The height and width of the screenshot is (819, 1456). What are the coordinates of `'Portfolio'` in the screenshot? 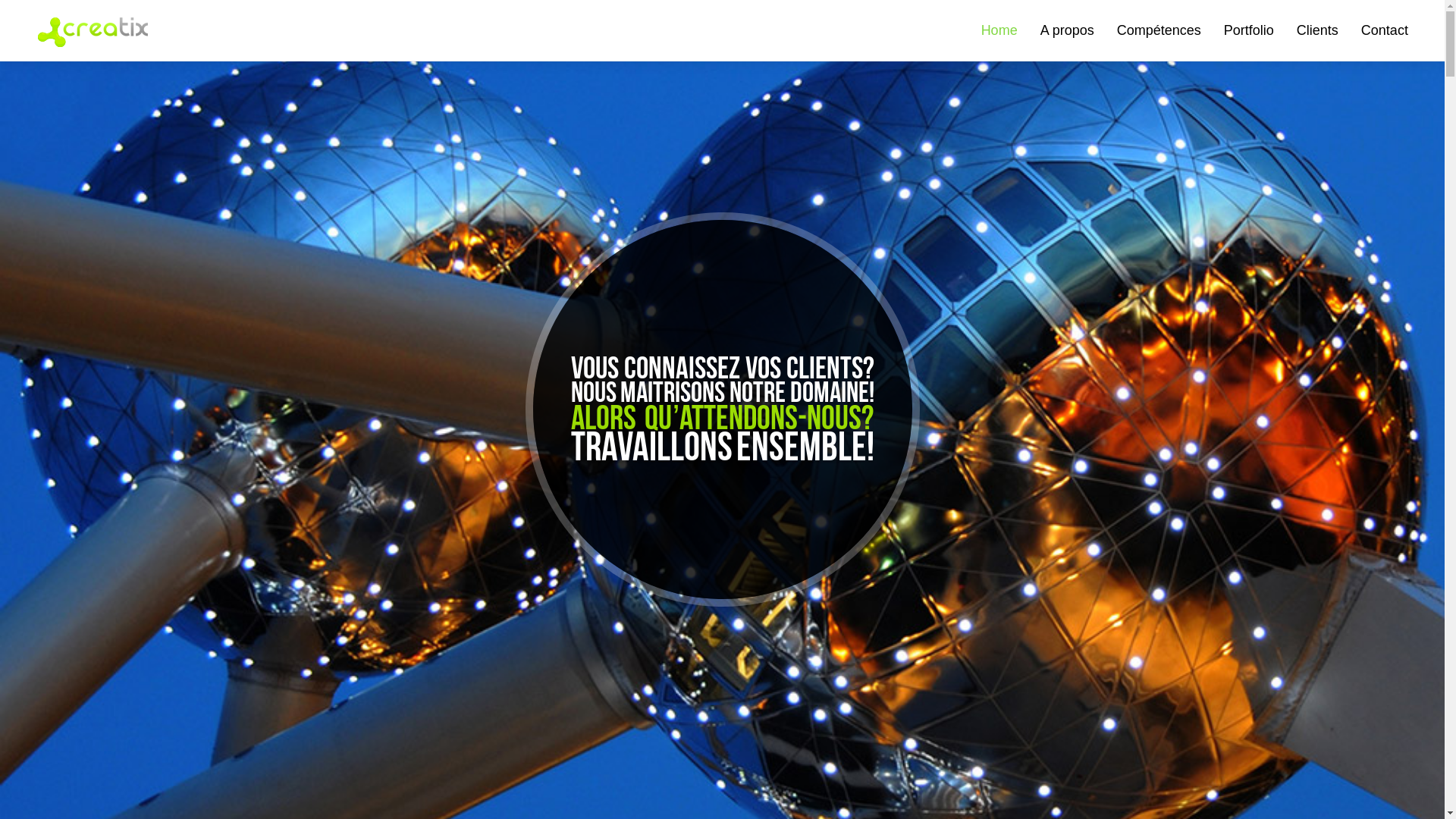 It's located at (1248, 30).